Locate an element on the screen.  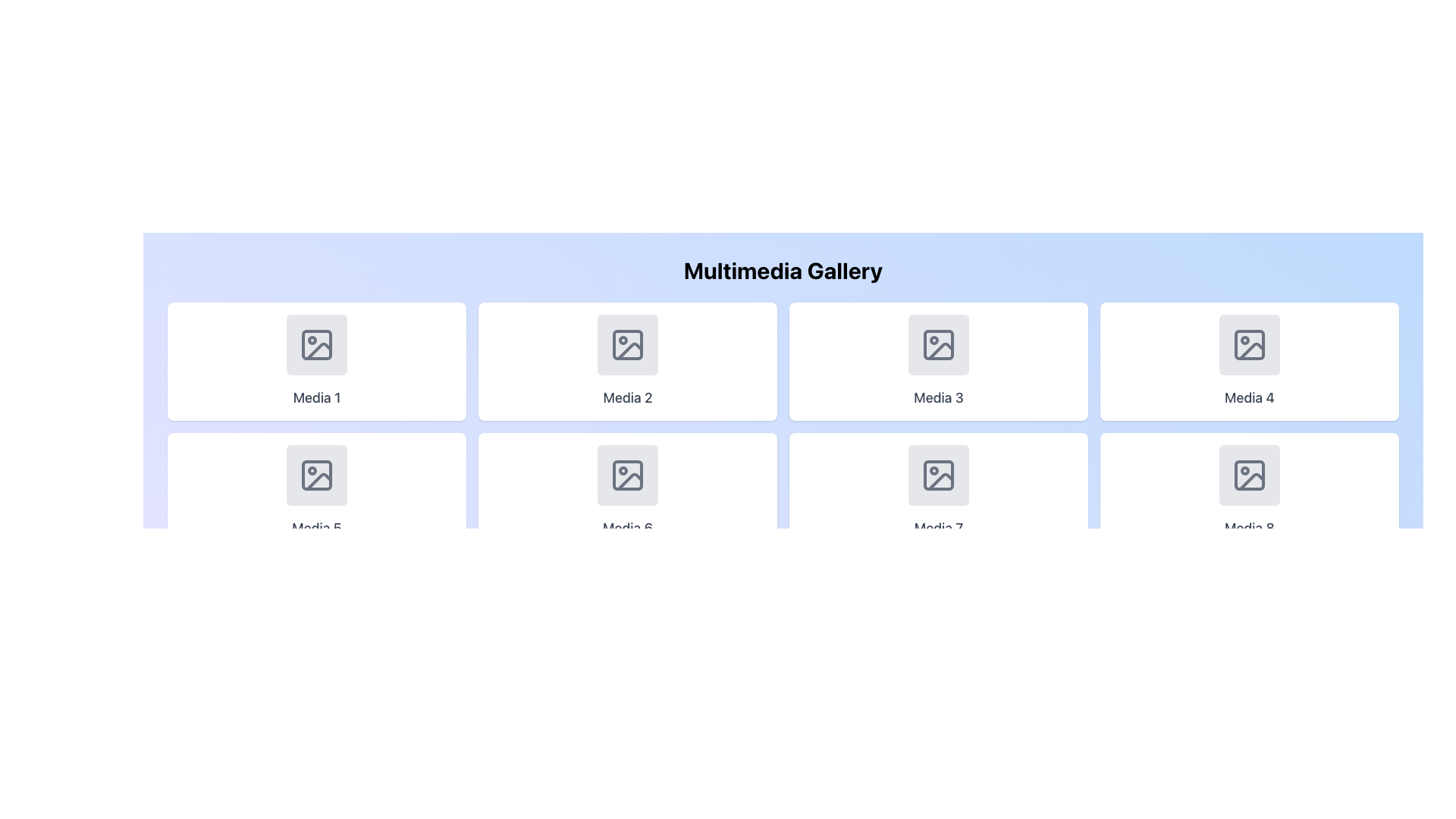
the 'Media 5' icon, which is a grayish icon with a rectangular outline containing a circular and triangular motif, located in the second row, first column of the multimedia gallery is located at coordinates (315, 475).